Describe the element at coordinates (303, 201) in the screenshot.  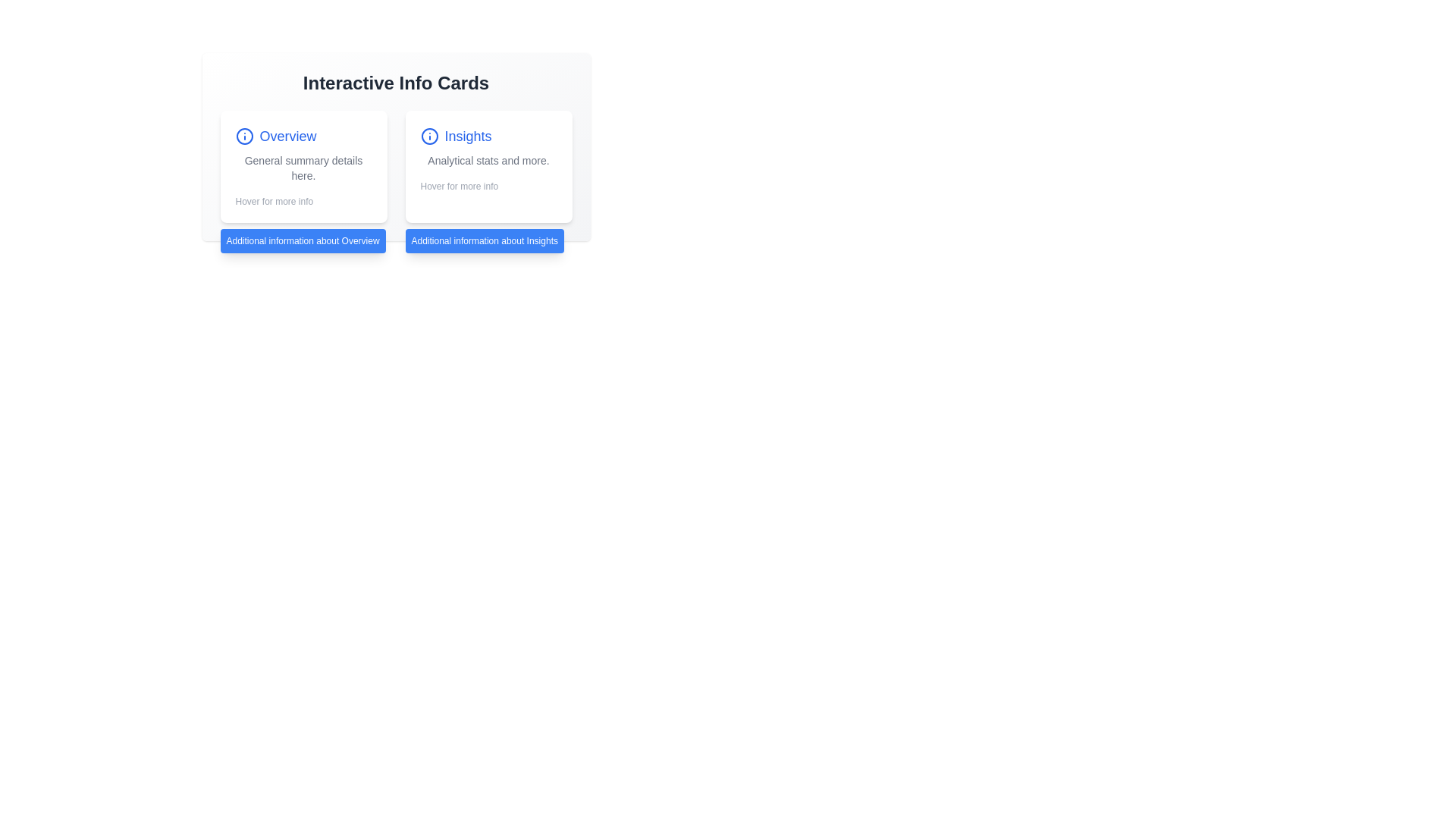
I see `the instruction text located within the 'Overview' card, which provides hints to the user about additional information being displayed` at that location.